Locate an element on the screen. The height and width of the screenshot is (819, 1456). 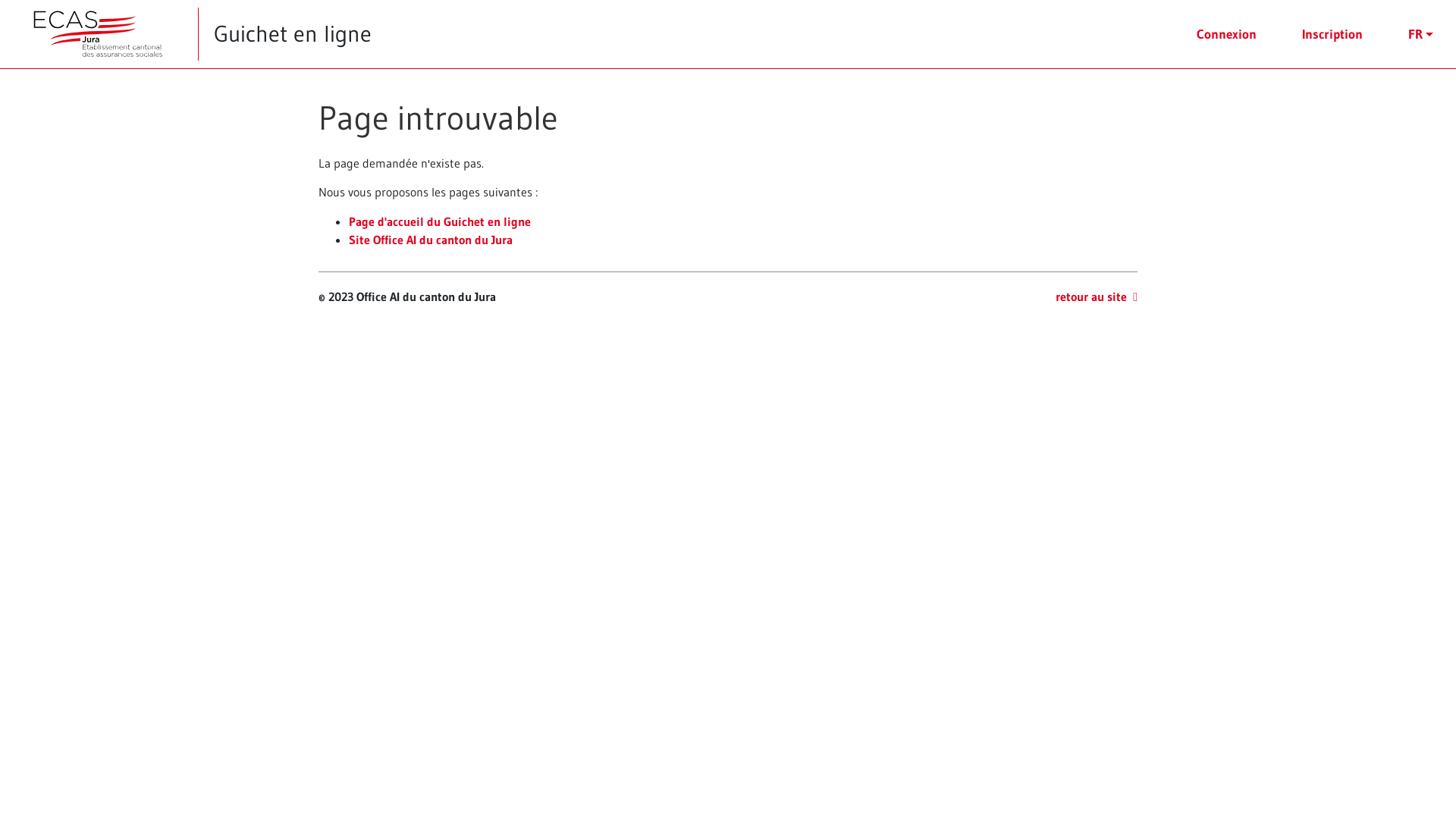
'retour au site' is located at coordinates (1096, 296).